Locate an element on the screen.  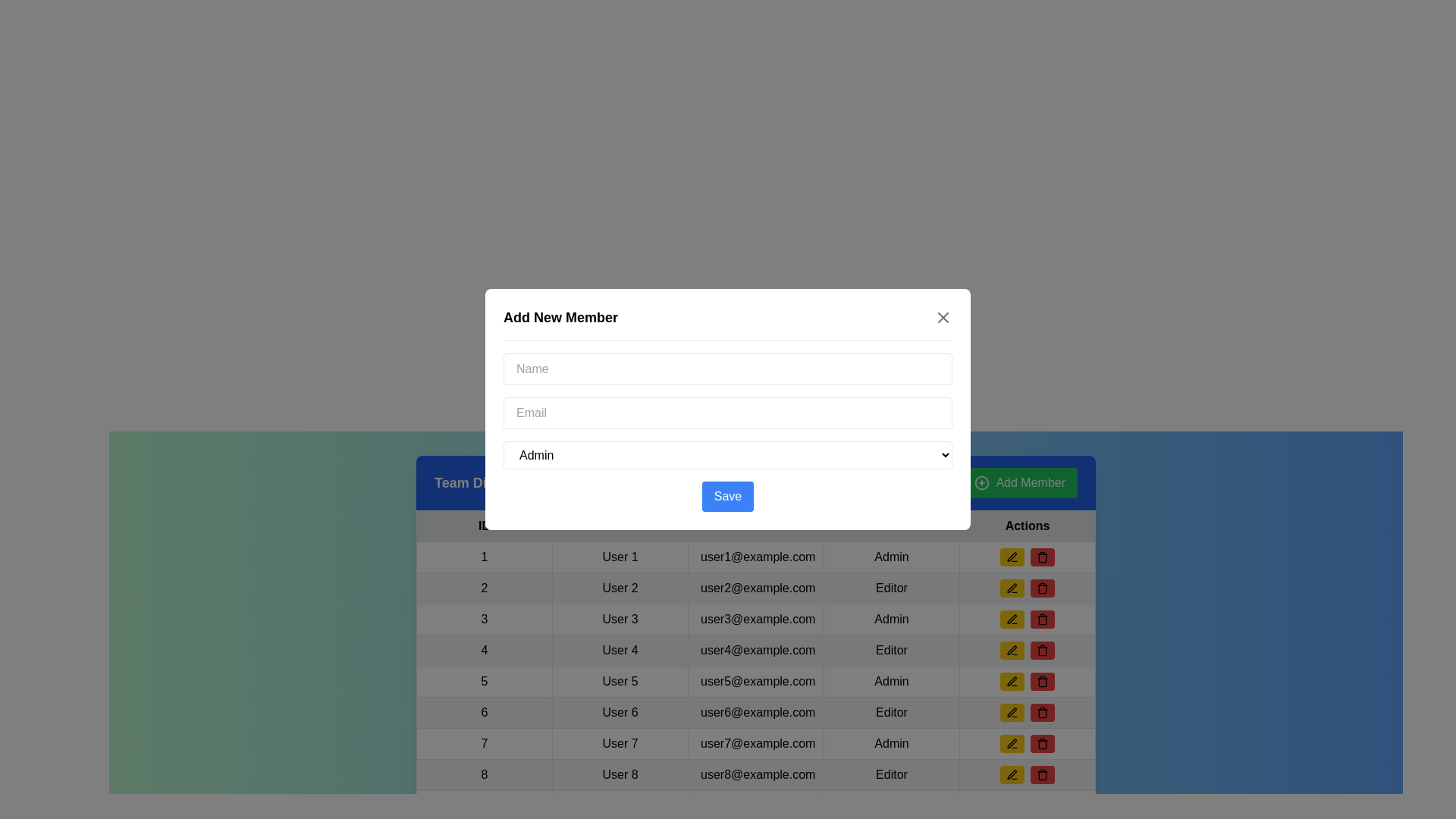
the 'Add New Team Member' button located in the top-right corner of the blue header section titled 'Team Directory' is located at coordinates (1020, 482).